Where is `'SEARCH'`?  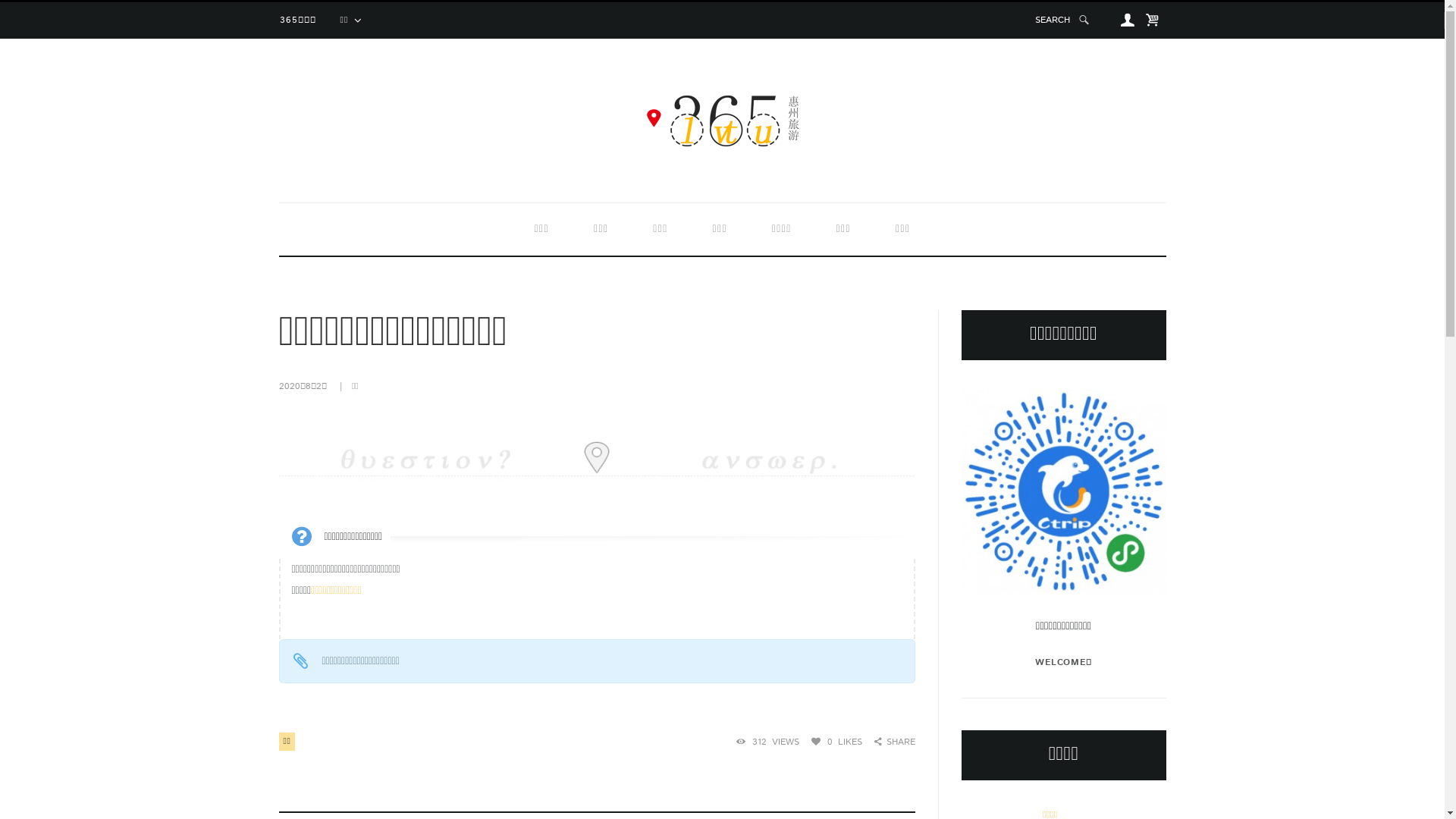 'SEARCH' is located at coordinates (1062, 20).